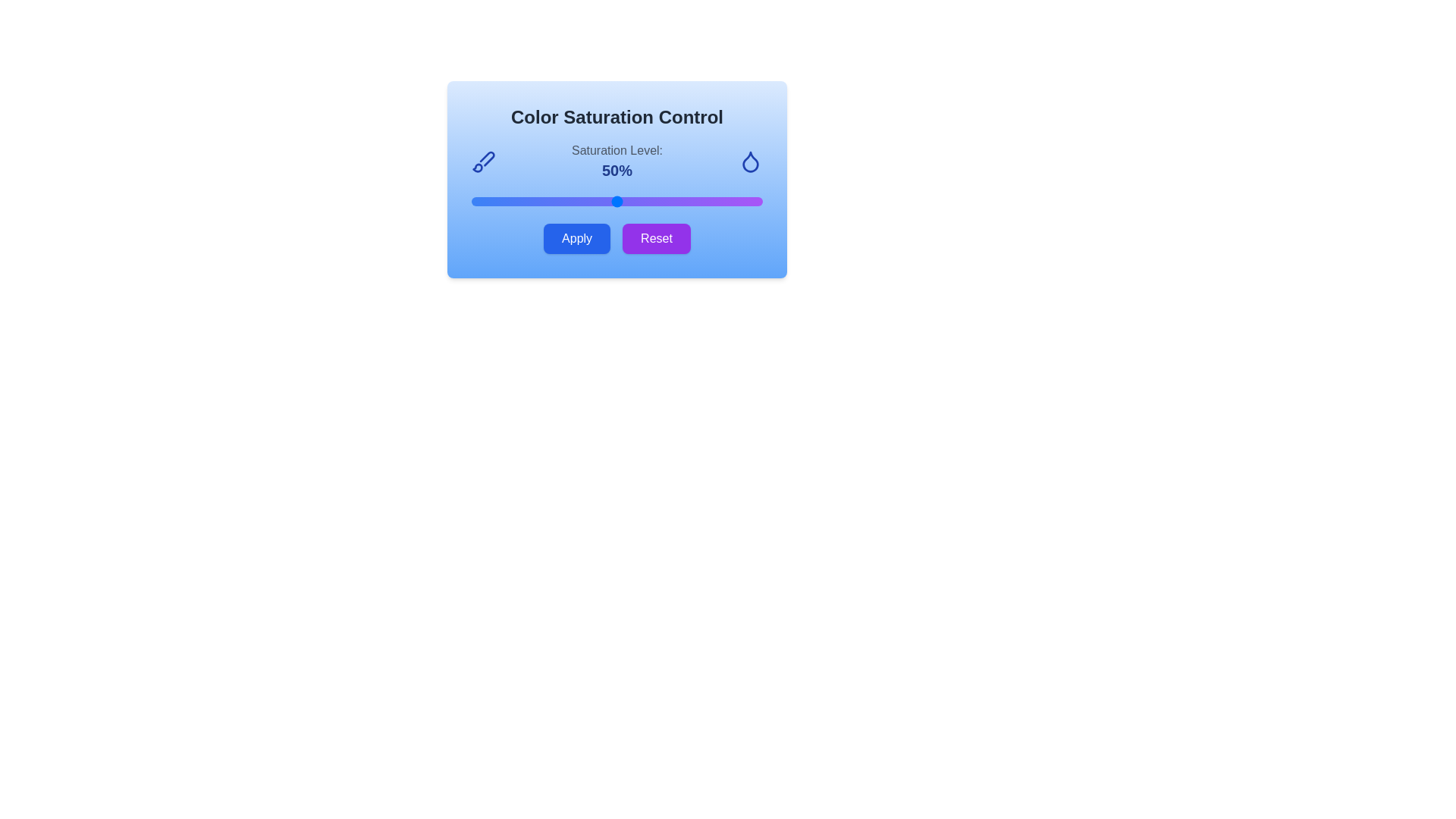 Image resolution: width=1456 pixels, height=819 pixels. What do you see at coordinates (500, 201) in the screenshot?
I see `the color saturation to 10% by adjusting the slider` at bounding box center [500, 201].